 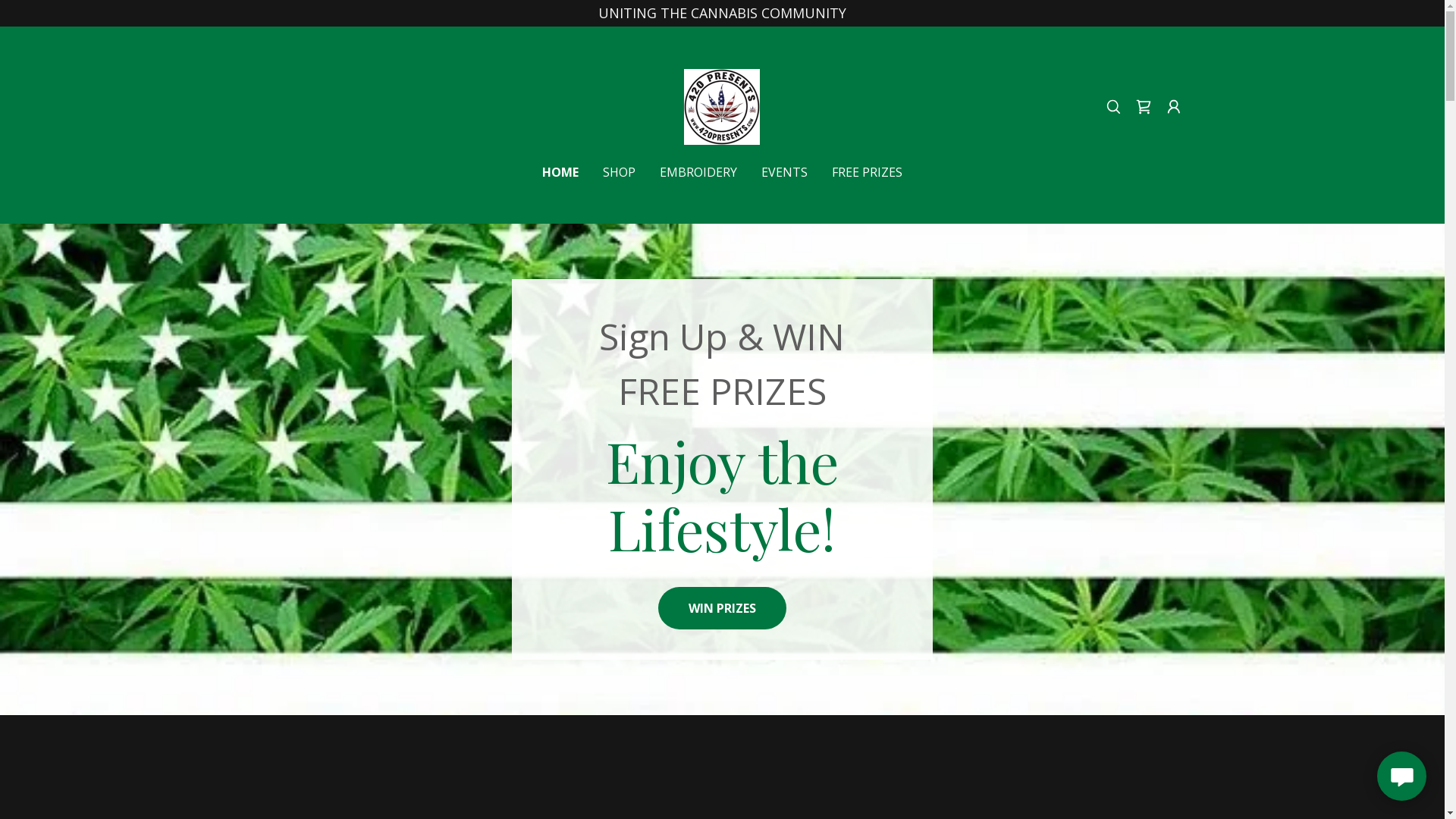 I want to click on 'EVENTS', so click(x=784, y=171).